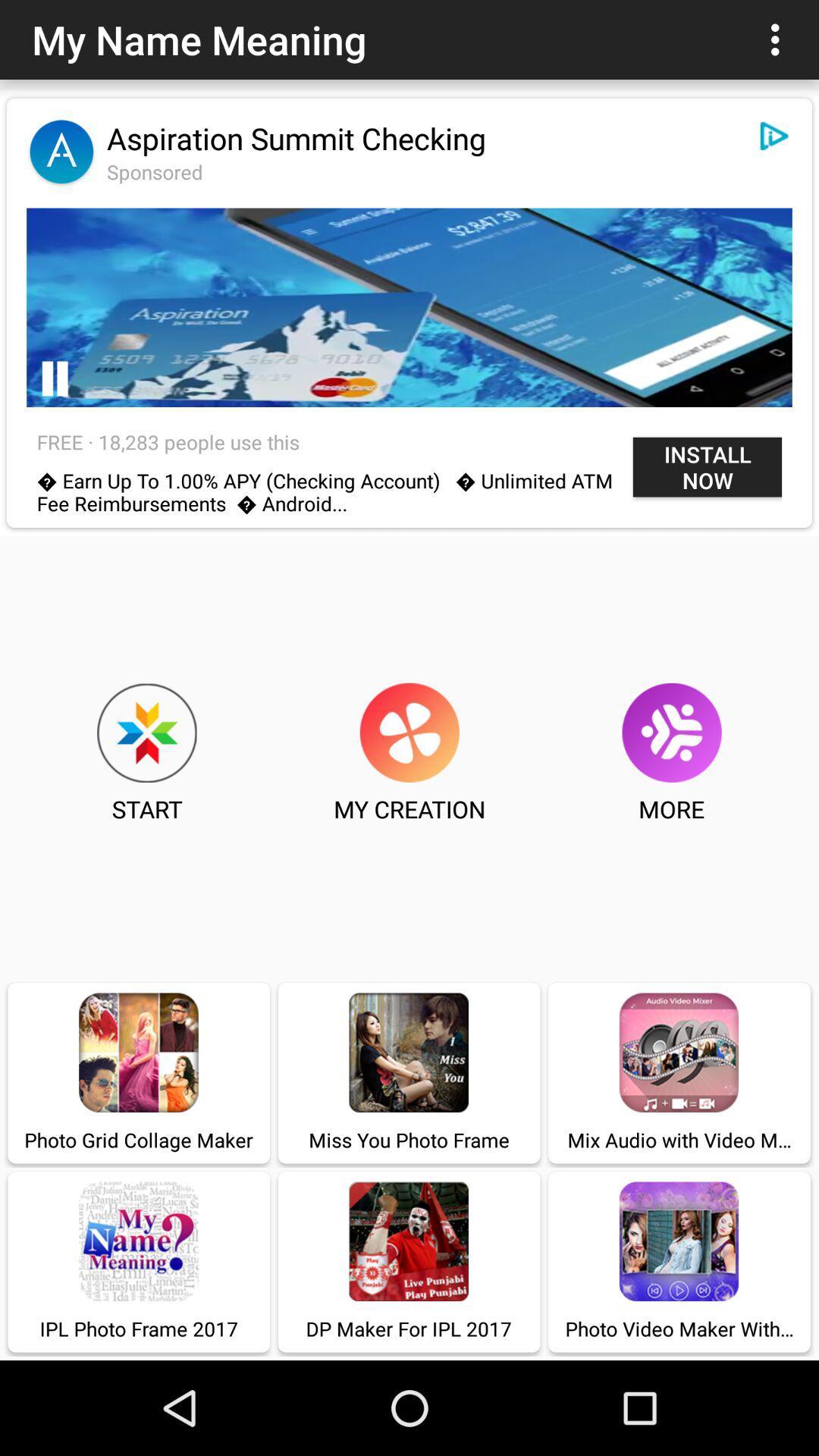 This screenshot has width=819, height=1456. I want to click on pause video, so click(54, 378).